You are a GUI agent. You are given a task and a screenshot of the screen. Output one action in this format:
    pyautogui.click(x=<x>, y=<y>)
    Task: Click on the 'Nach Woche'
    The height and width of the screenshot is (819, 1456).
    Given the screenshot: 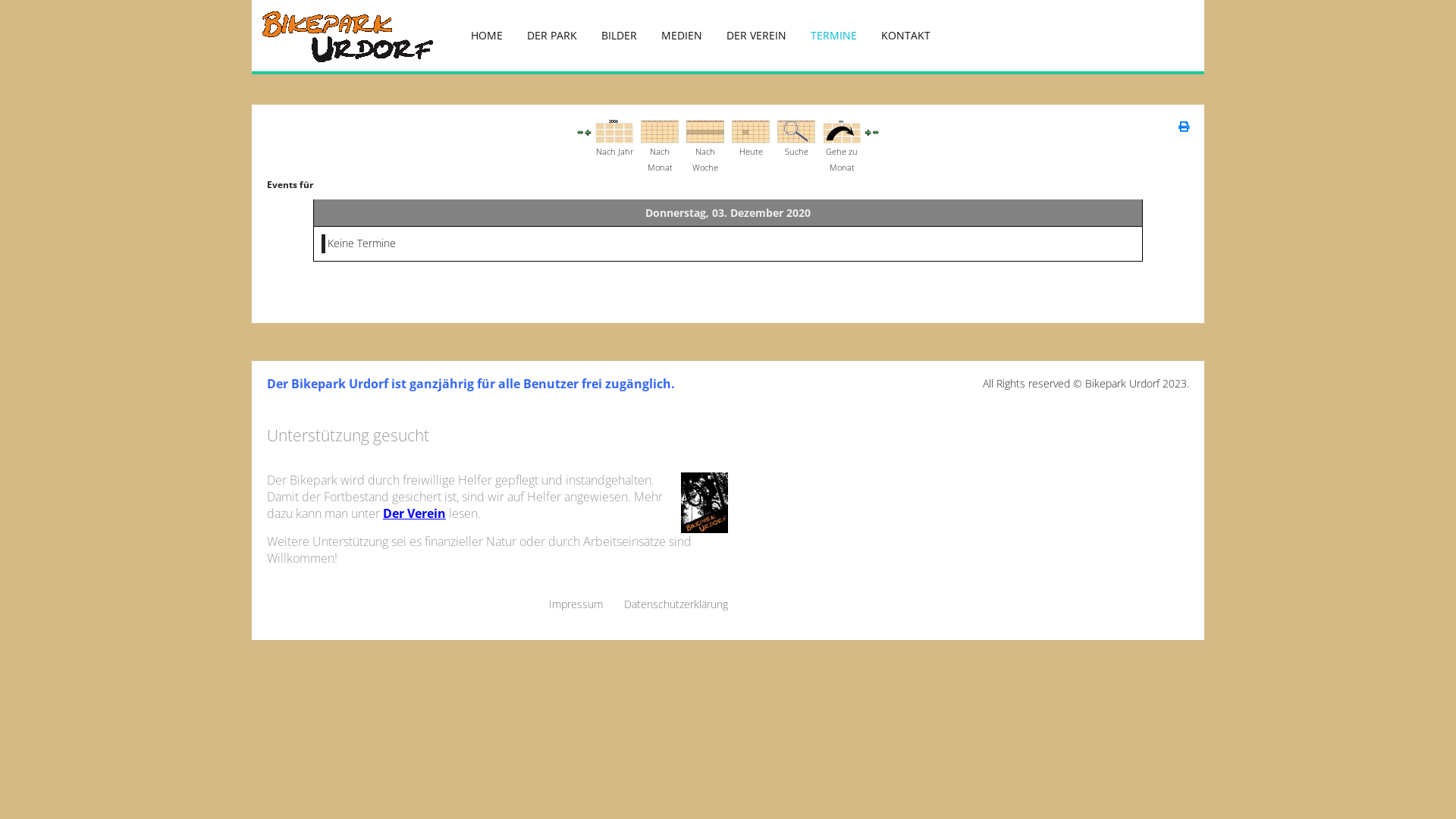 What is the action you would take?
    pyautogui.click(x=704, y=129)
    